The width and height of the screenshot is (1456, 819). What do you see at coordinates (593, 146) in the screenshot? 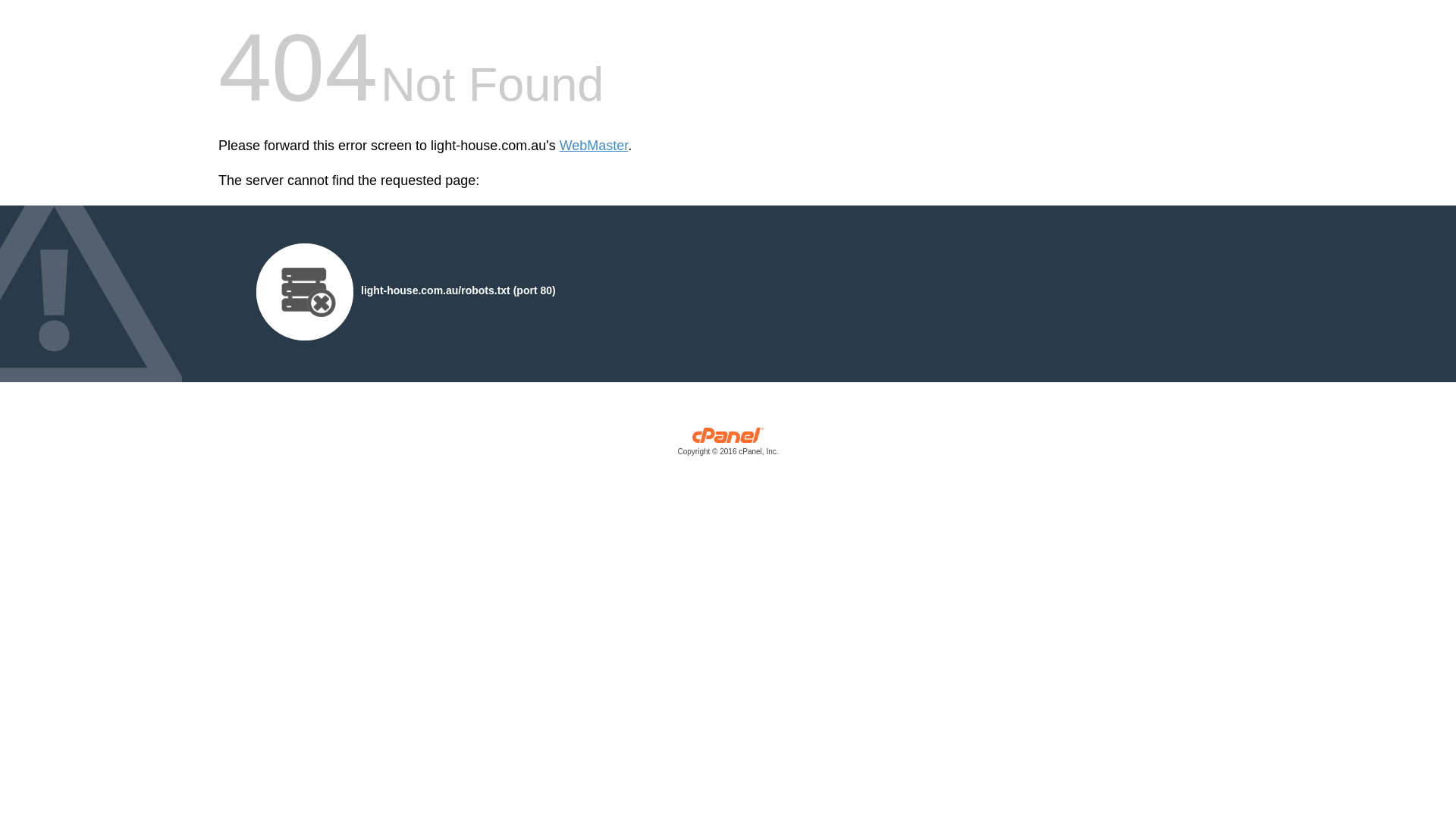
I see `'WebMaster'` at bounding box center [593, 146].